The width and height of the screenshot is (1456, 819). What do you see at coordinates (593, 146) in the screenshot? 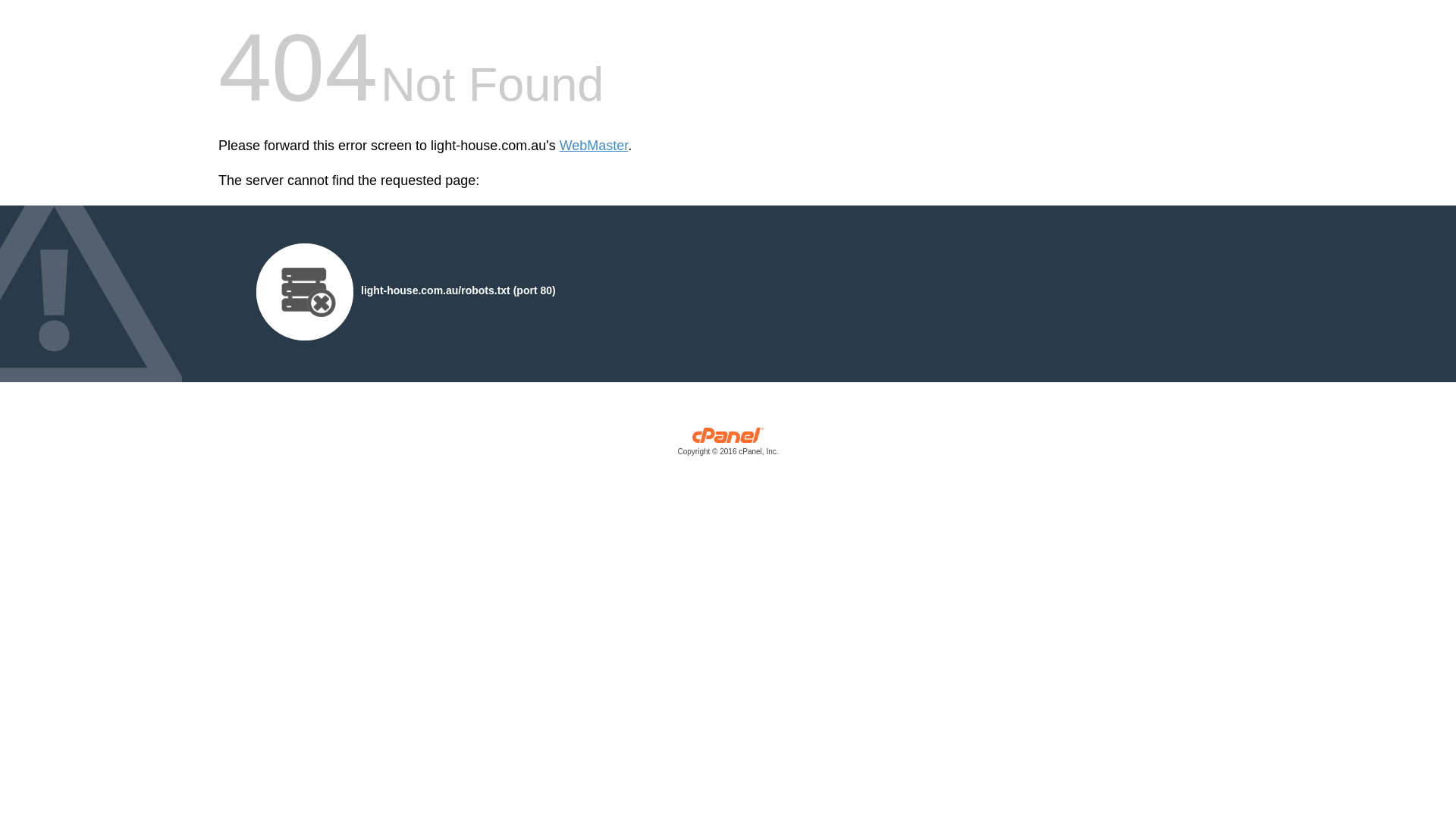
I see `'WebMaster'` at bounding box center [593, 146].